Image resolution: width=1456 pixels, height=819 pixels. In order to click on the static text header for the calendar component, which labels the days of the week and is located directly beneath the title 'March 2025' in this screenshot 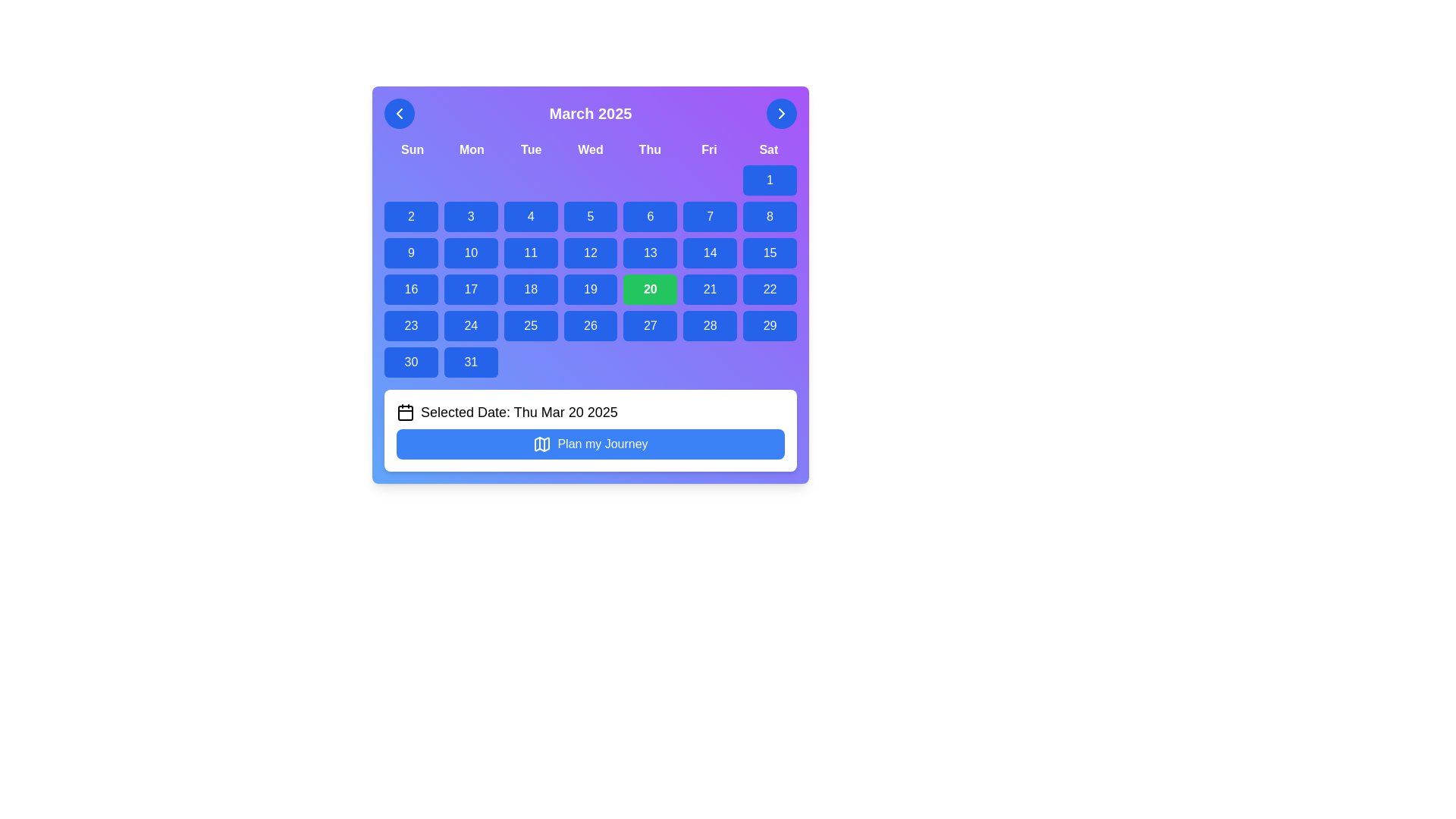, I will do `click(589, 149)`.